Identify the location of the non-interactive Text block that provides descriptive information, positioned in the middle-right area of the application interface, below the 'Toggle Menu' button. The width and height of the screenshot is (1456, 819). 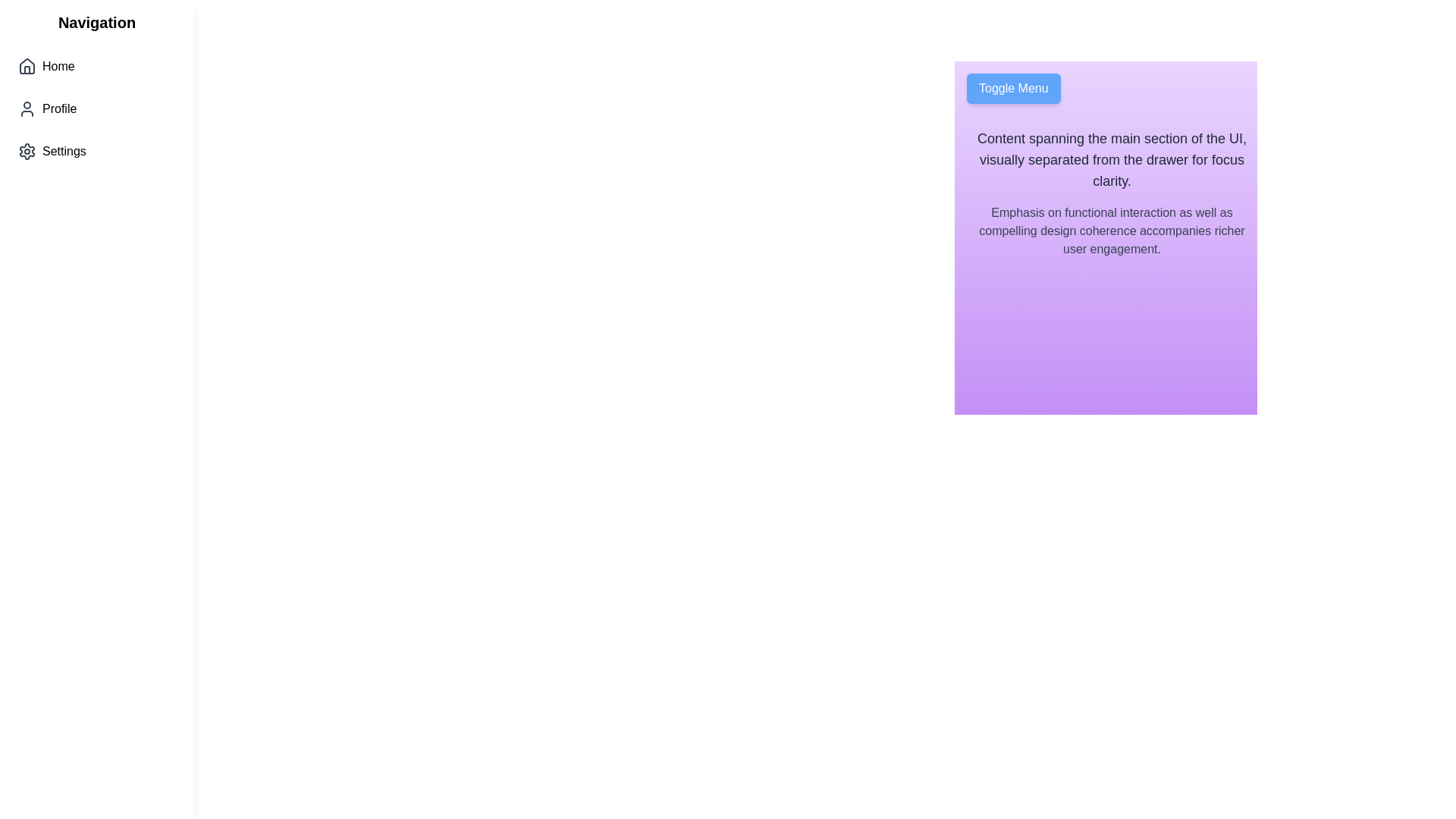
(1112, 192).